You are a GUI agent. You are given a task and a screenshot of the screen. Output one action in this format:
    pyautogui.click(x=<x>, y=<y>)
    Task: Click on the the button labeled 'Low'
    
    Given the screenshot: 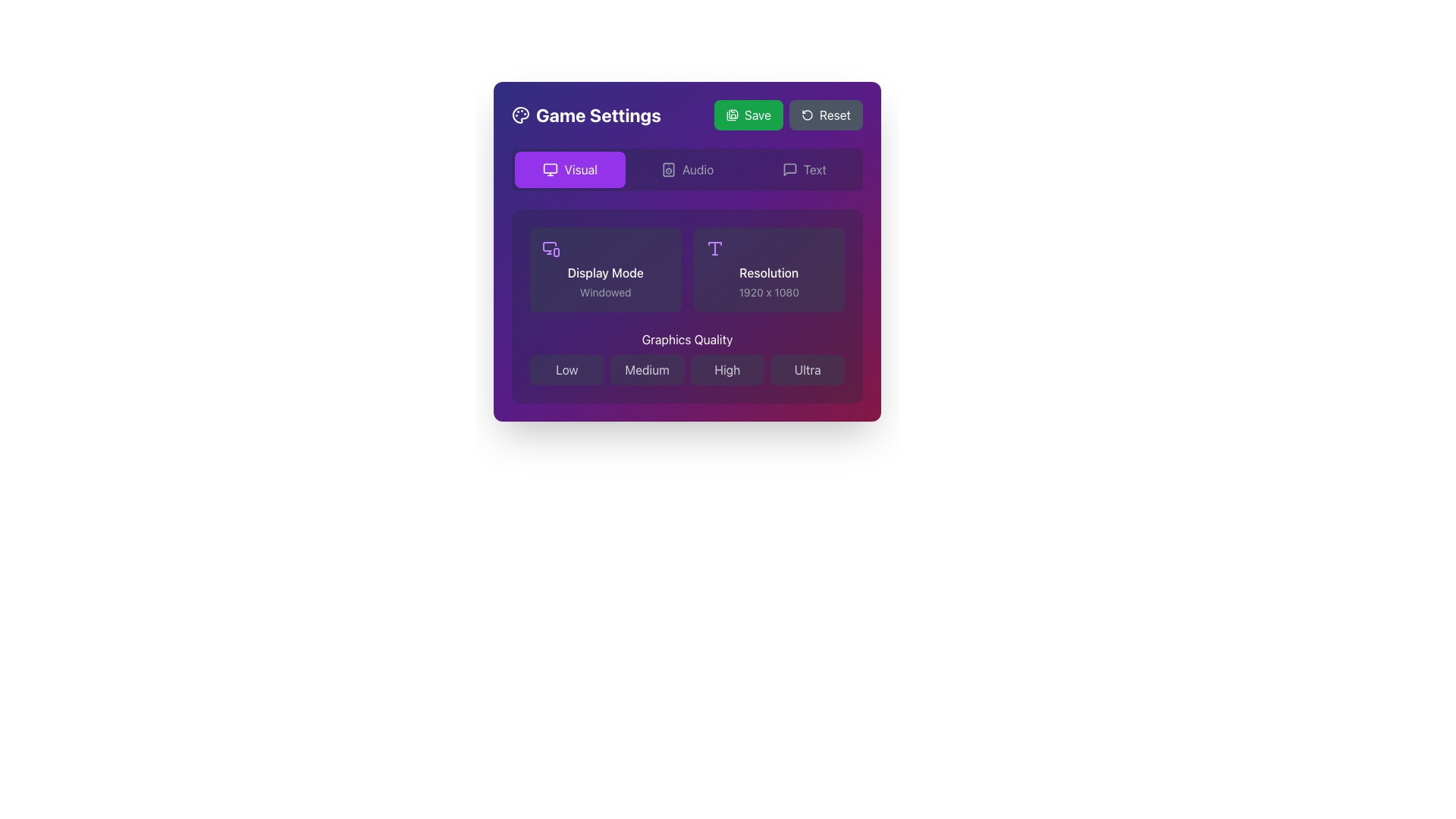 What is the action you would take?
    pyautogui.click(x=566, y=370)
    